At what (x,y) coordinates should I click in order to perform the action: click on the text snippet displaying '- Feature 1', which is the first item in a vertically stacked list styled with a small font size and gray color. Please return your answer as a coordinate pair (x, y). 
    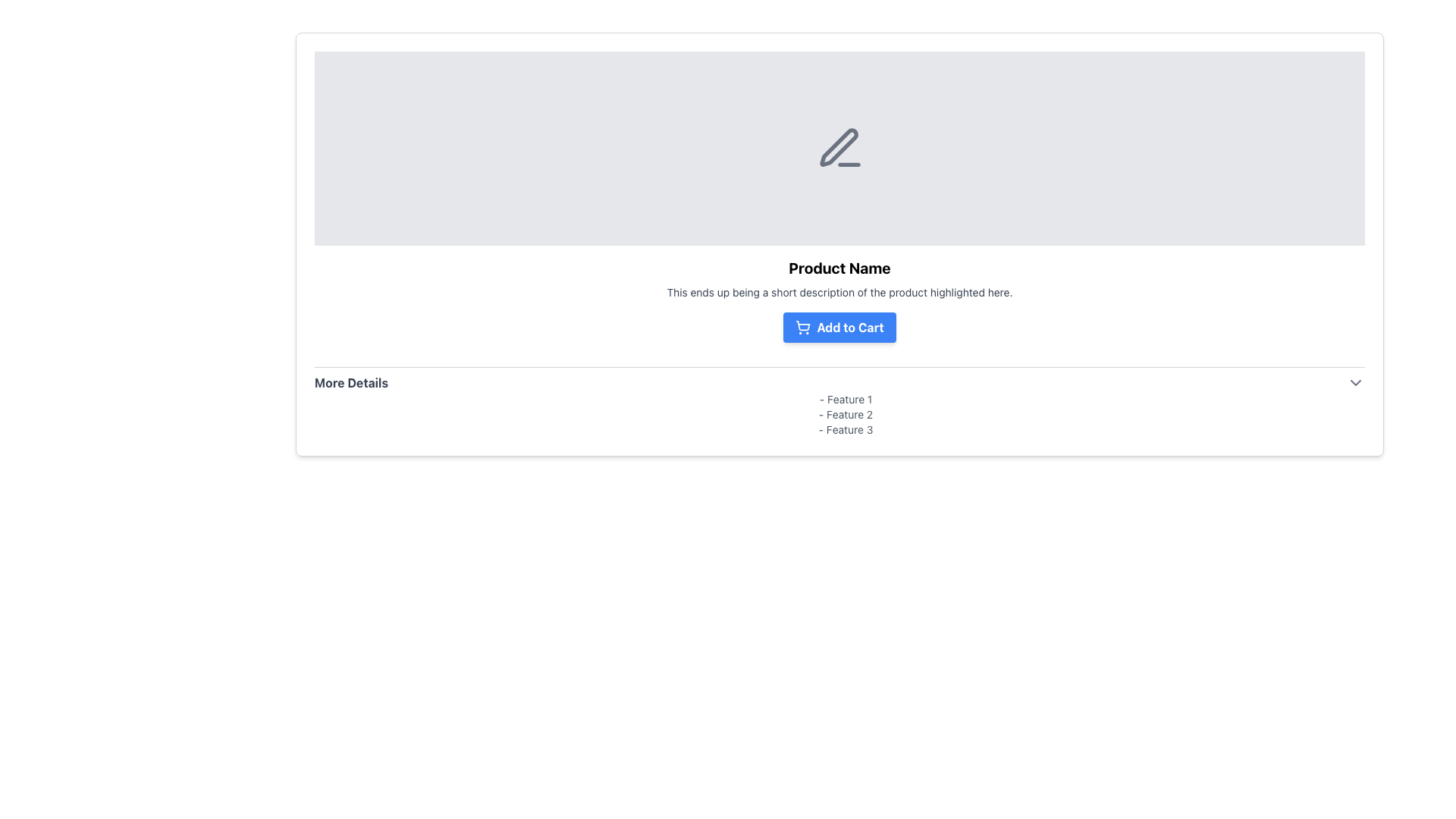
    Looking at the image, I should click on (845, 399).